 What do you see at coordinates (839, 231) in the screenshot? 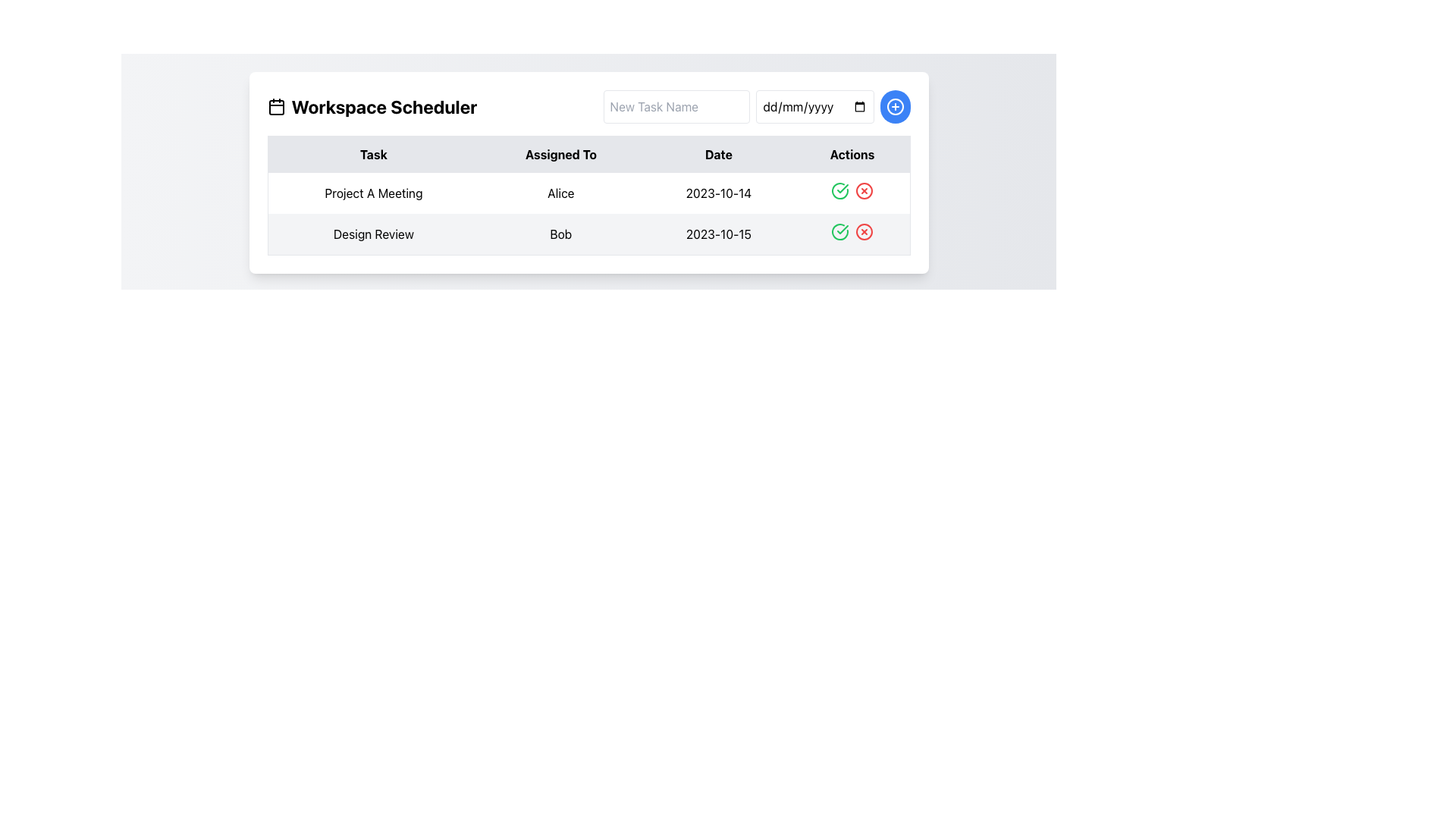
I see `the approval icon located in the 'Actions' column of the second row of the table to approve the task` at bounding box center [839, 231].